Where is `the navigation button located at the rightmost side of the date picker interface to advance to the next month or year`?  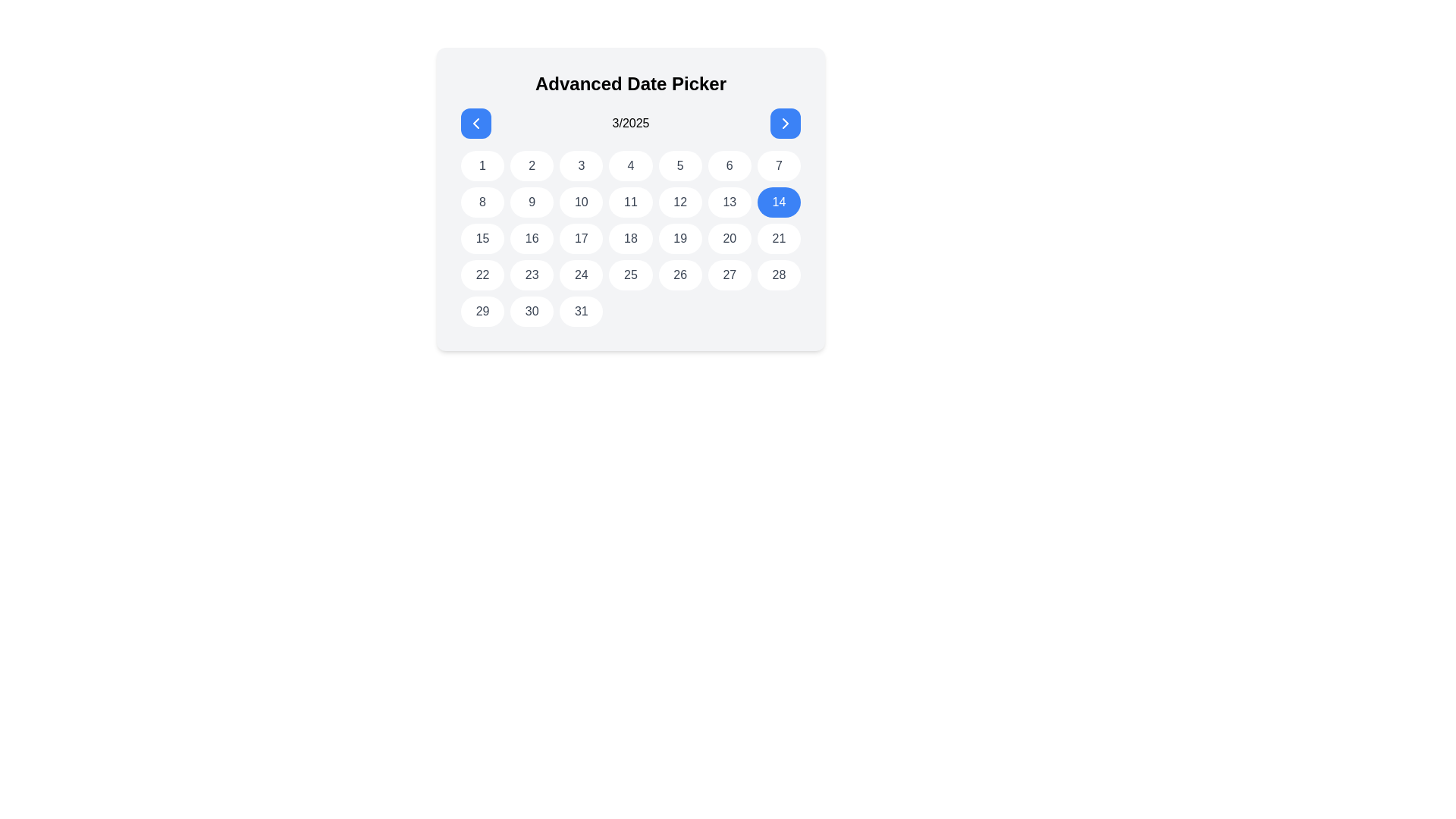 the navigation button located at the rightmost side of the date picker interface to advance to the next month or year is located at coordinates (786, 122).